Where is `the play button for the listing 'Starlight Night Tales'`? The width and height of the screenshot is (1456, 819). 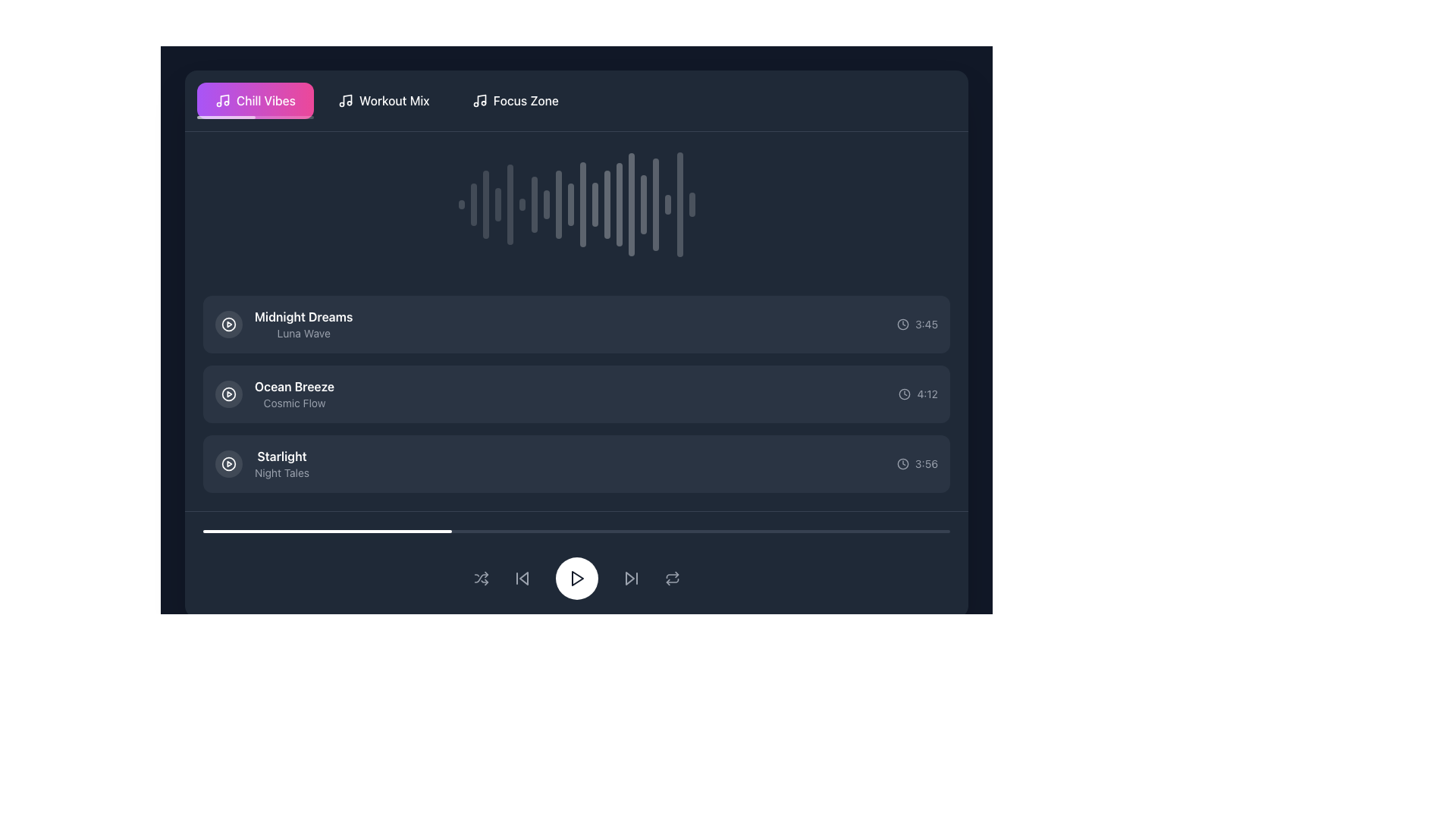
the play button for the listing 'Starlight Night Tales' is located at coordinates (228, 463).